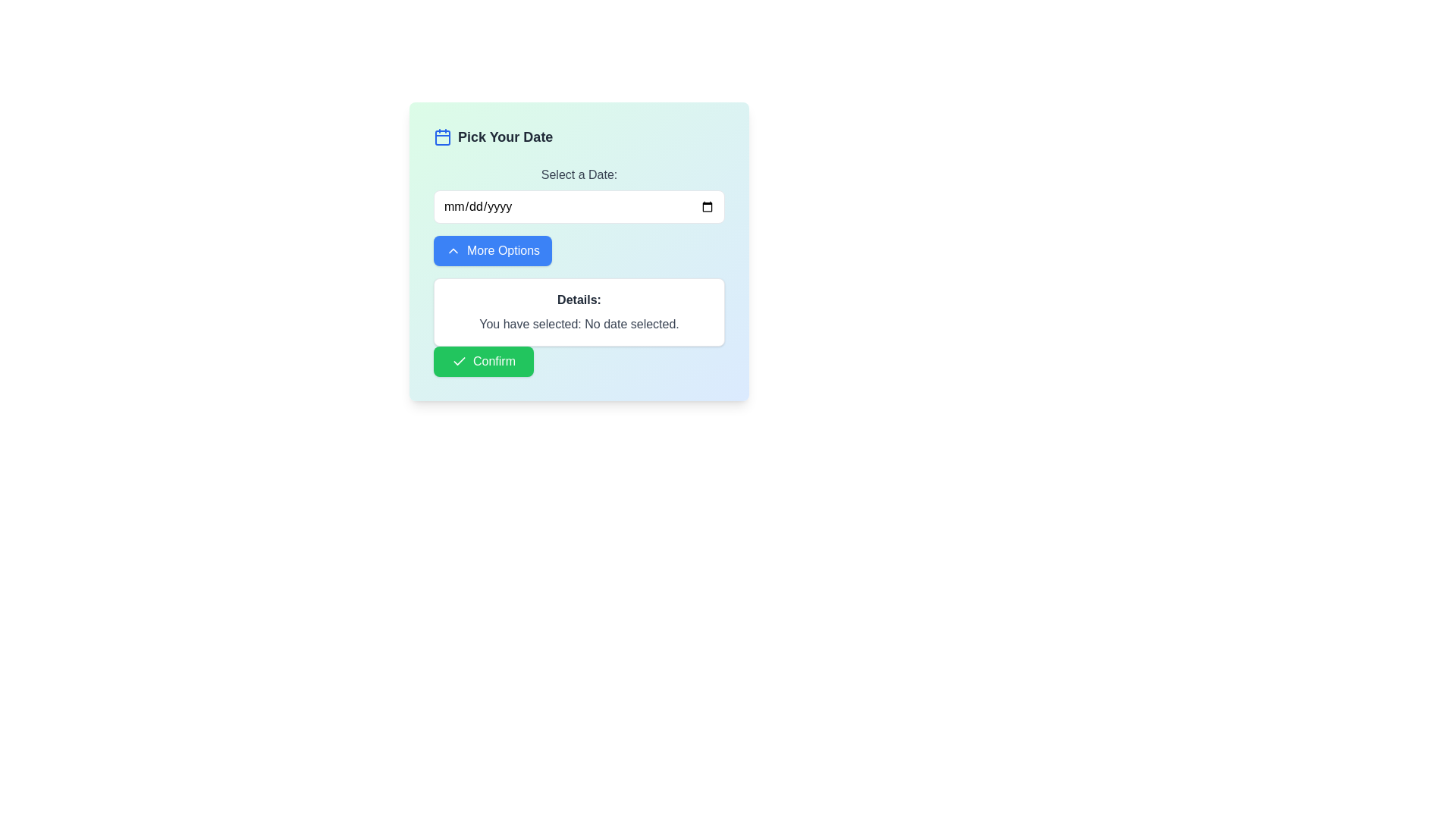 Image resolution: width=1456 pixels, height=819 pixels. What do you see at coordinates (578, 312) in the screenshot?
I see `informational text block that displays feedback about the currently selected date, located beneath the 'More Options' button and above the green 'Confirm' button` at bounding box center [578, 312].